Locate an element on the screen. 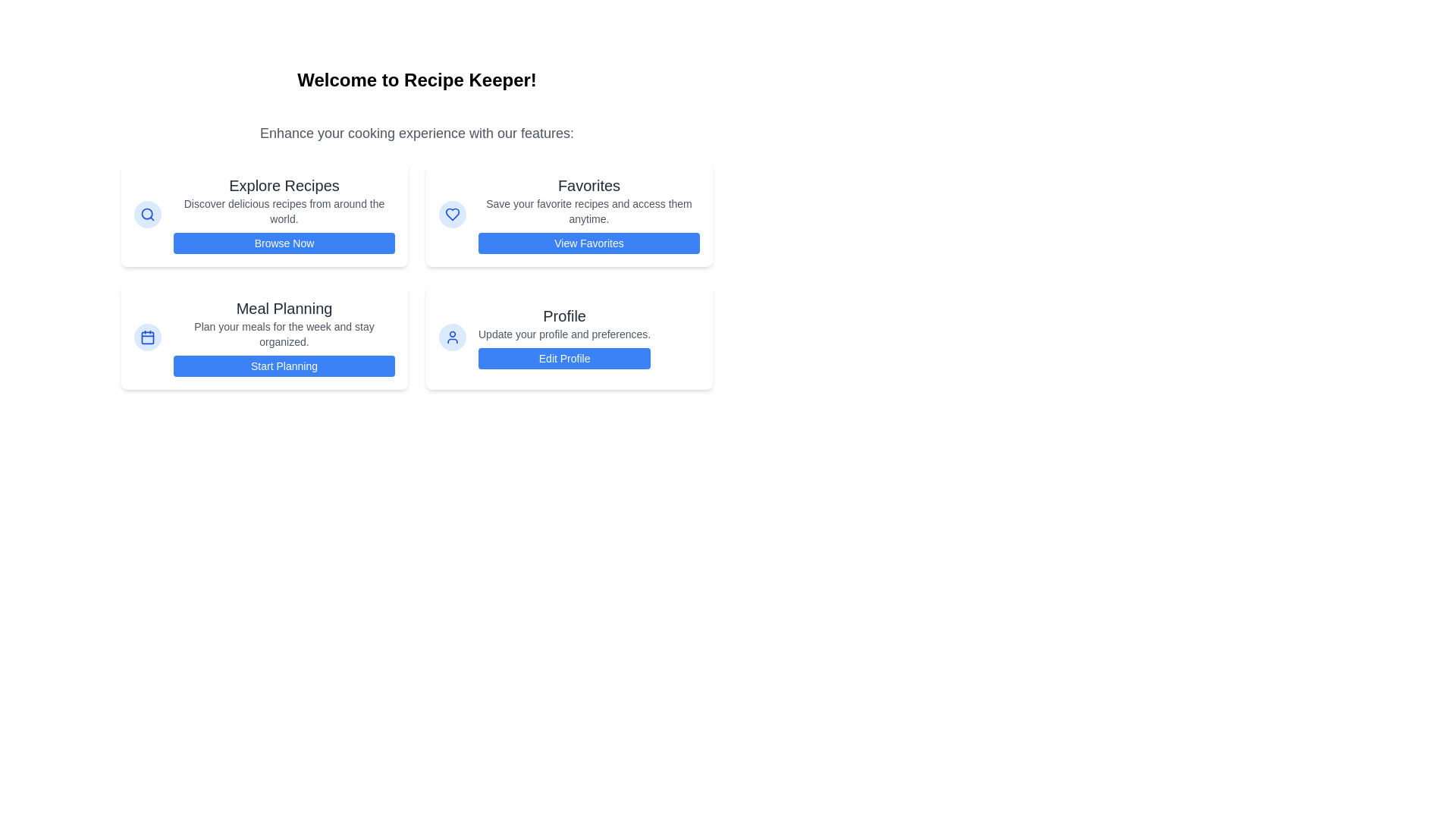 This screenshot has width=1456, height=819. the 'Favorites' icon located in the second column of the top row of cards, positioned to the left of the text 'Favorites' is located at coordinates (451, 214).